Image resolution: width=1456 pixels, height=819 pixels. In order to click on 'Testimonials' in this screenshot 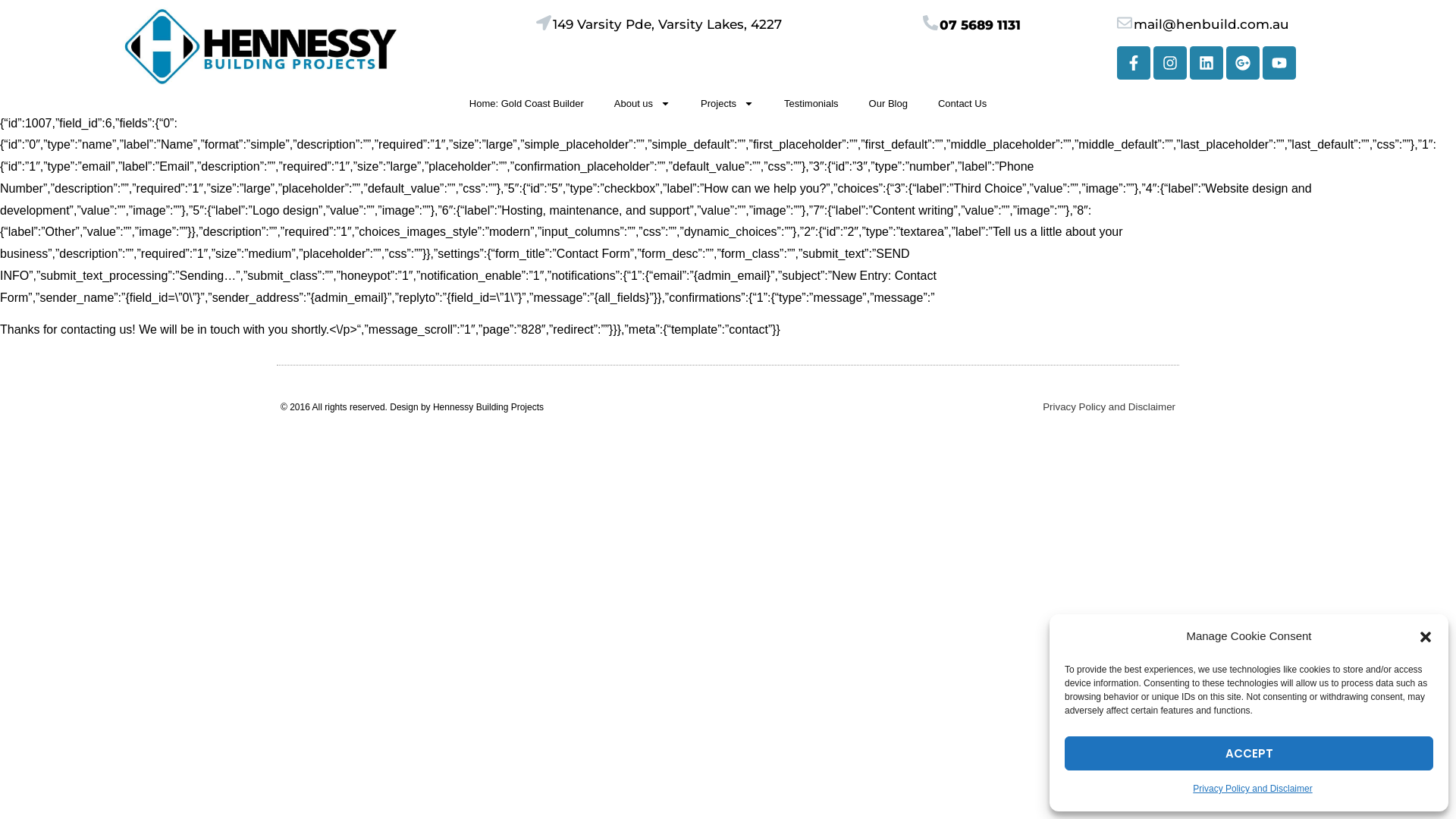, I will do `click(811, 102)`.